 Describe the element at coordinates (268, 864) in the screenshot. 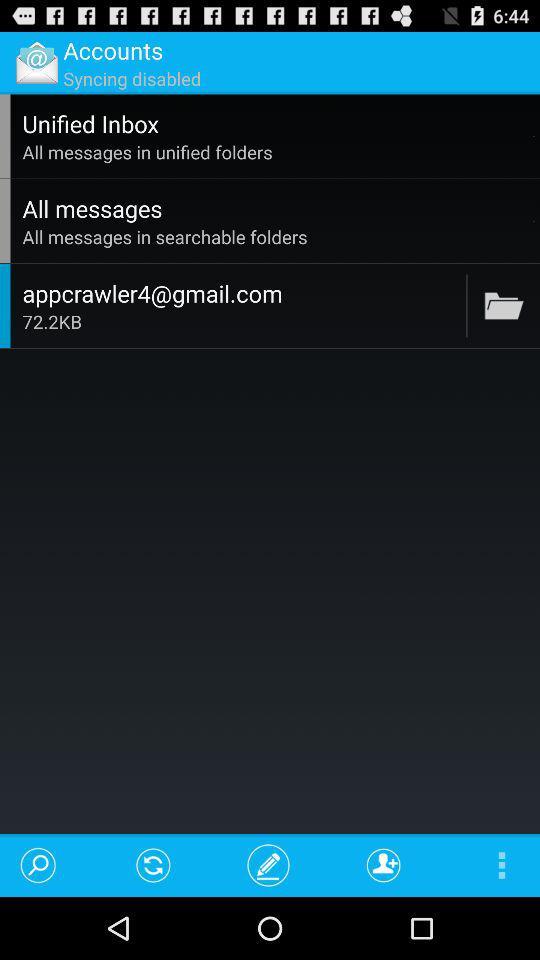

I see `item at the bottom` at that location.